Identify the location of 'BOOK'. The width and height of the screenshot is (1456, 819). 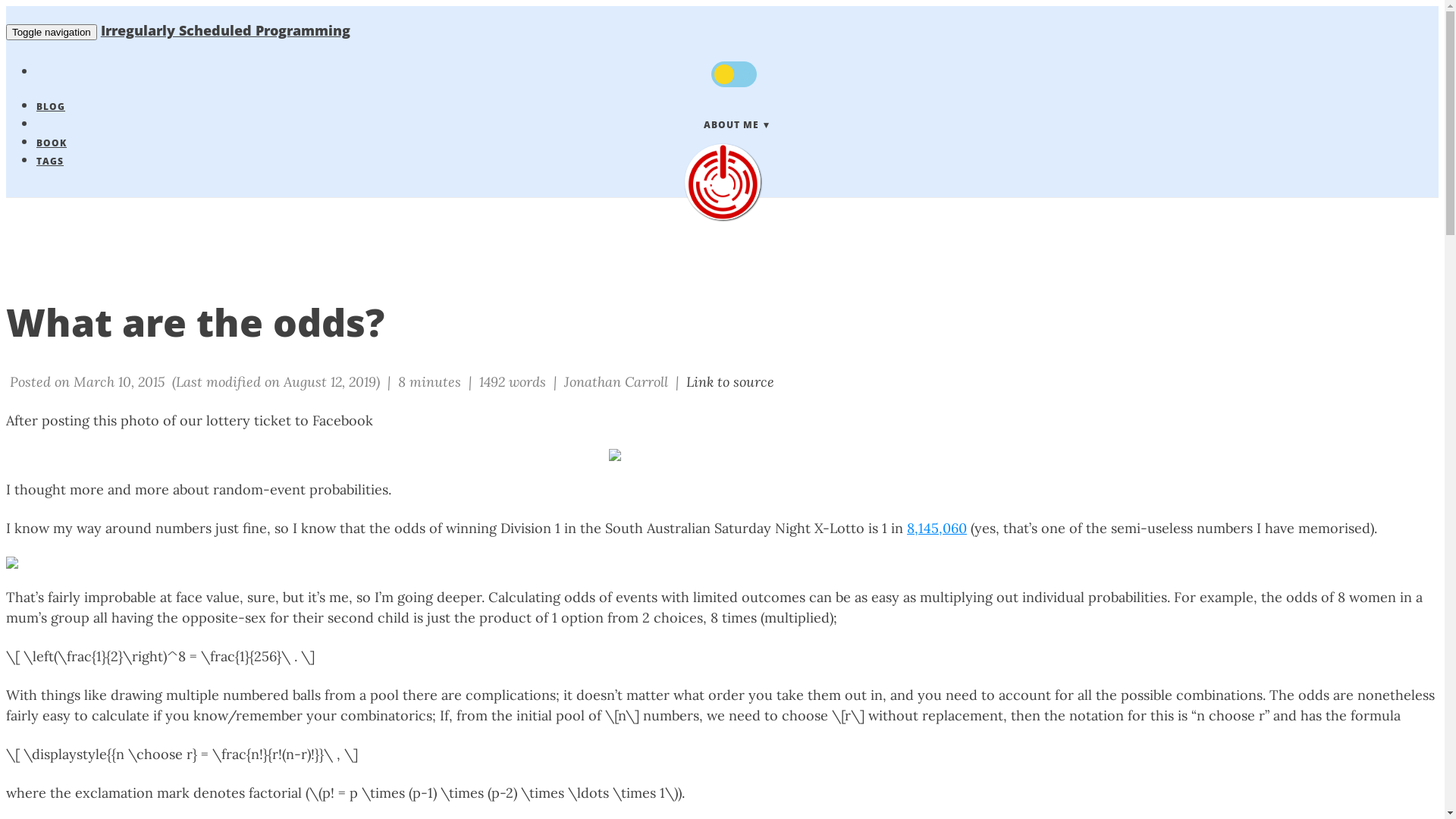
(51, 143).